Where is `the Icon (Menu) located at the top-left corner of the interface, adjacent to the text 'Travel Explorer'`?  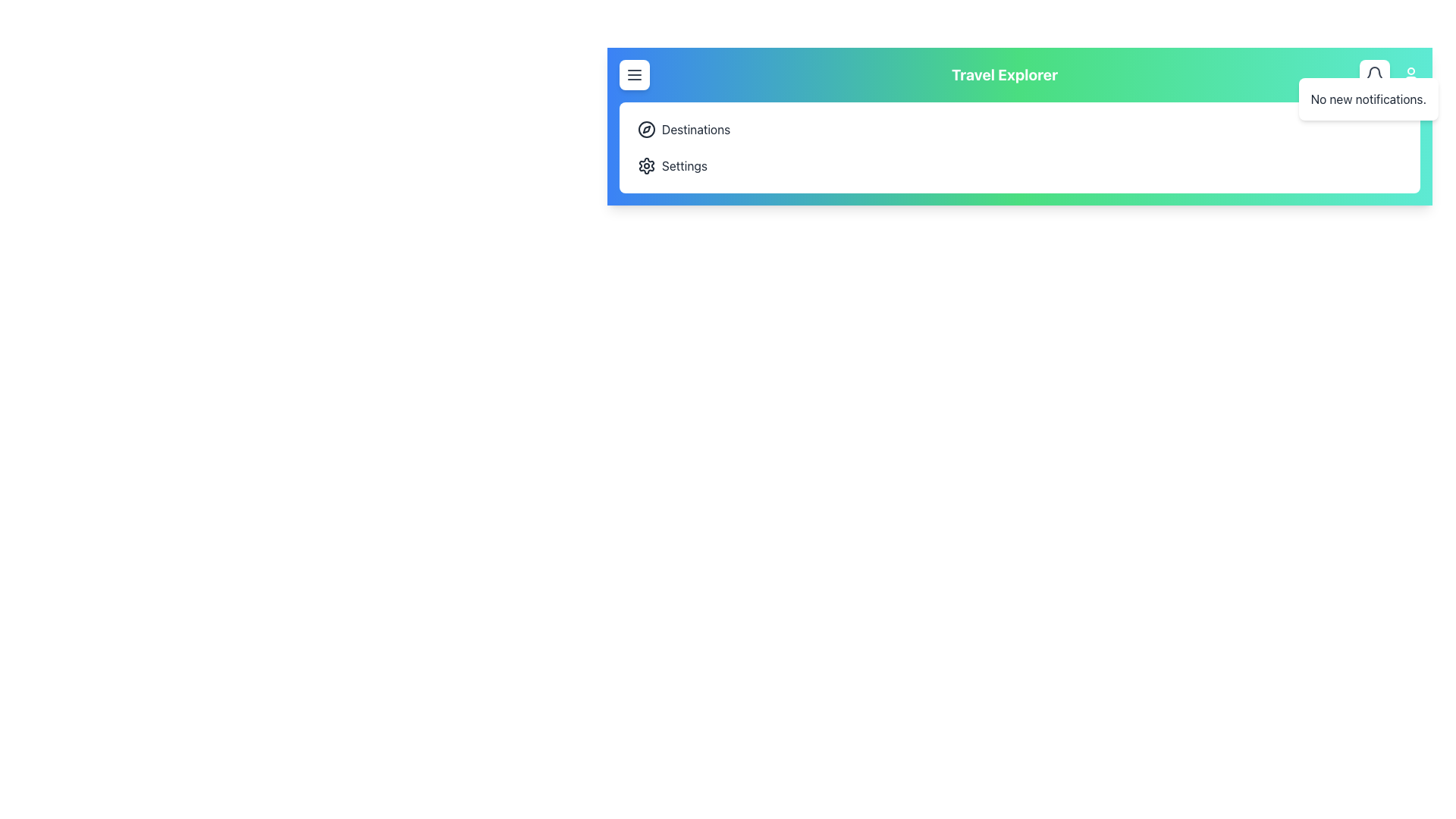
the Icon (Menu) located at the top-left corner of the interface, adjacent to the text 'Travel Explorer' is located at coordinates (634, 75).